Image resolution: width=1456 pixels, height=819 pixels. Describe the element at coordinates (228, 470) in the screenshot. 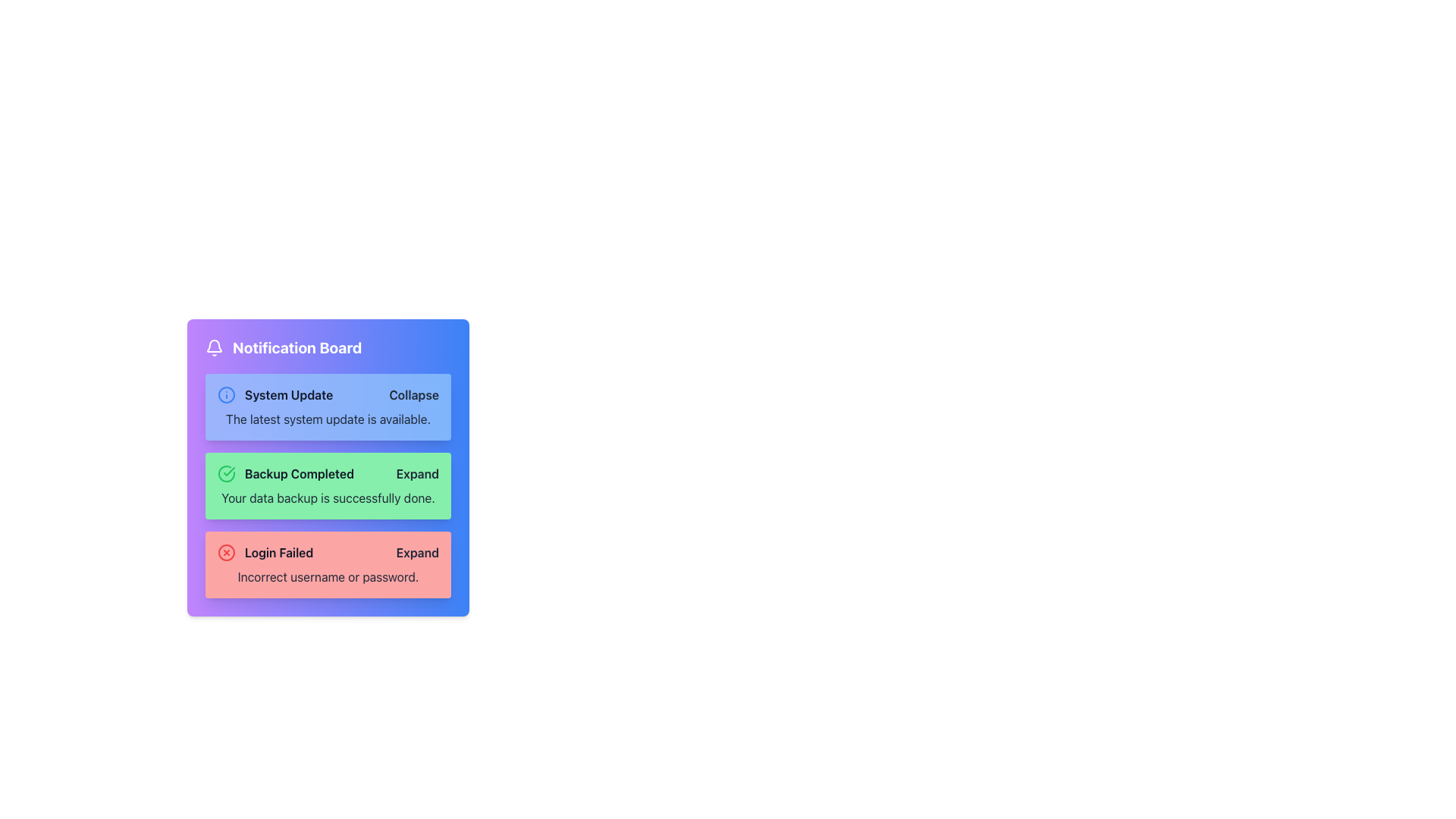

I see `the green checkmark icon within the 'Backup Completed' notification card, located to the left of the text and adjacent to the 'Expand' button` at that location.